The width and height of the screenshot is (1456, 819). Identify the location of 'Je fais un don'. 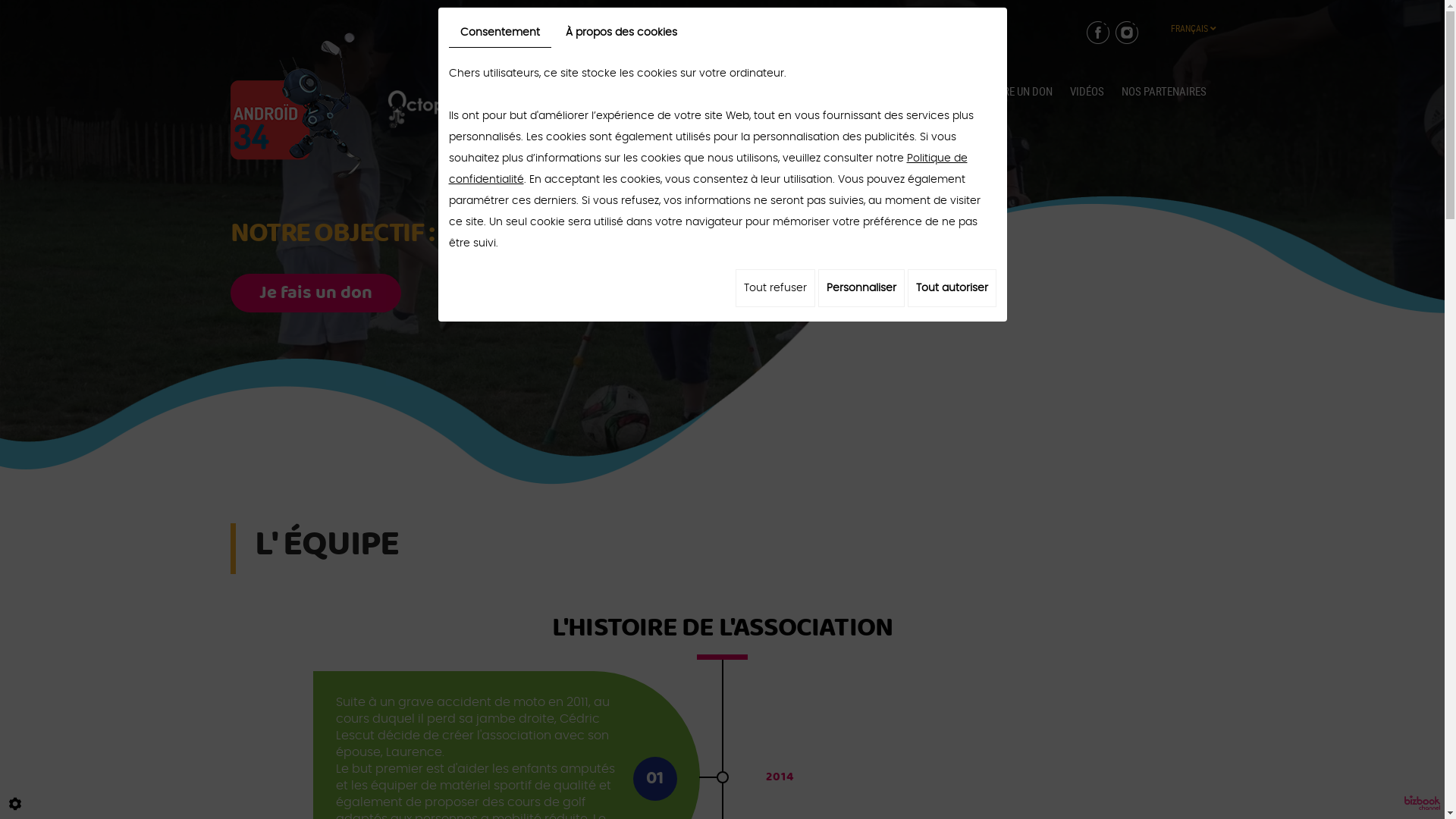
(315, 295).